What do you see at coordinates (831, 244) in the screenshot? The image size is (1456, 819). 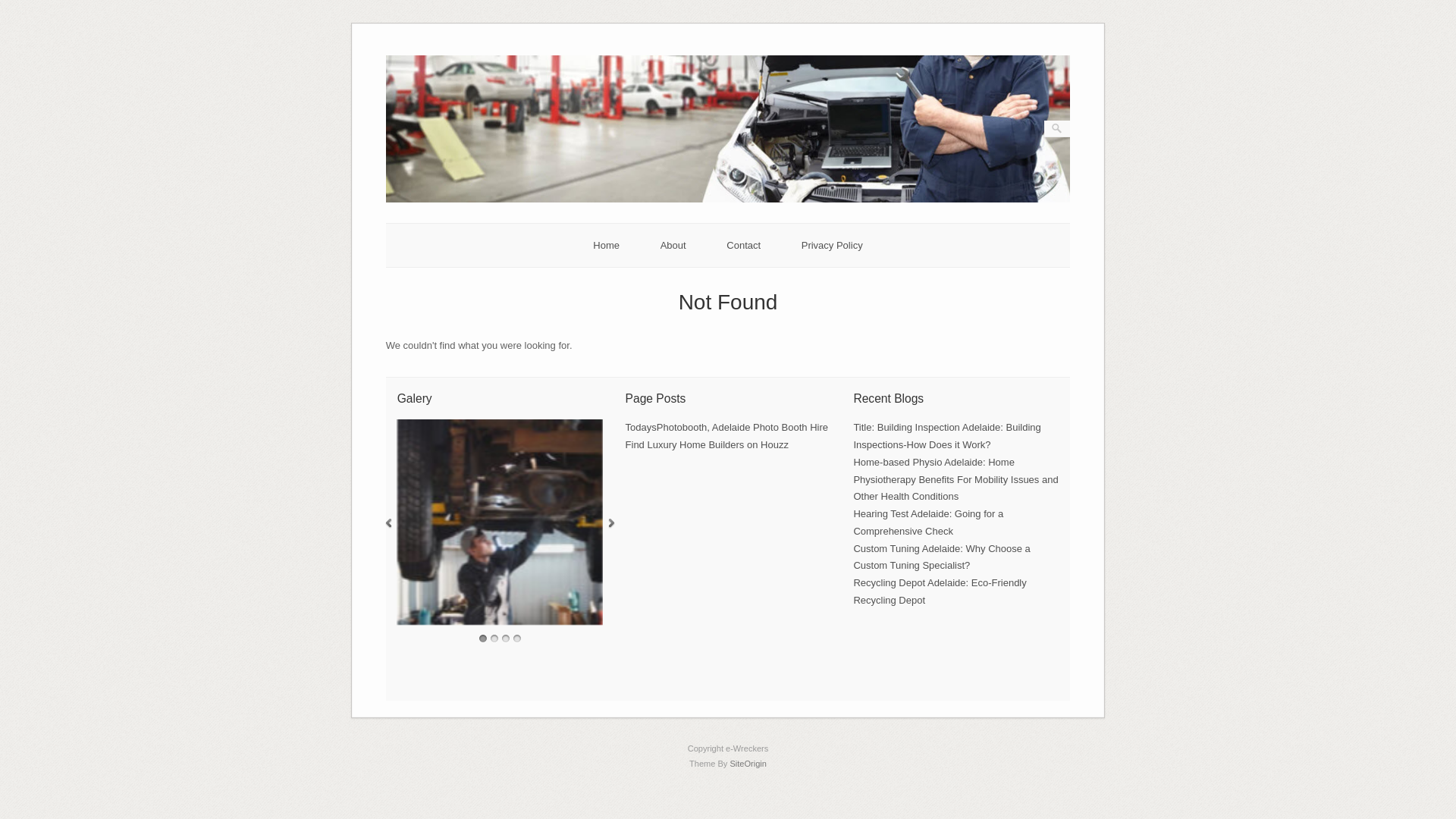 I see `'Privacy Policy'` at bounding box center [831, 244].